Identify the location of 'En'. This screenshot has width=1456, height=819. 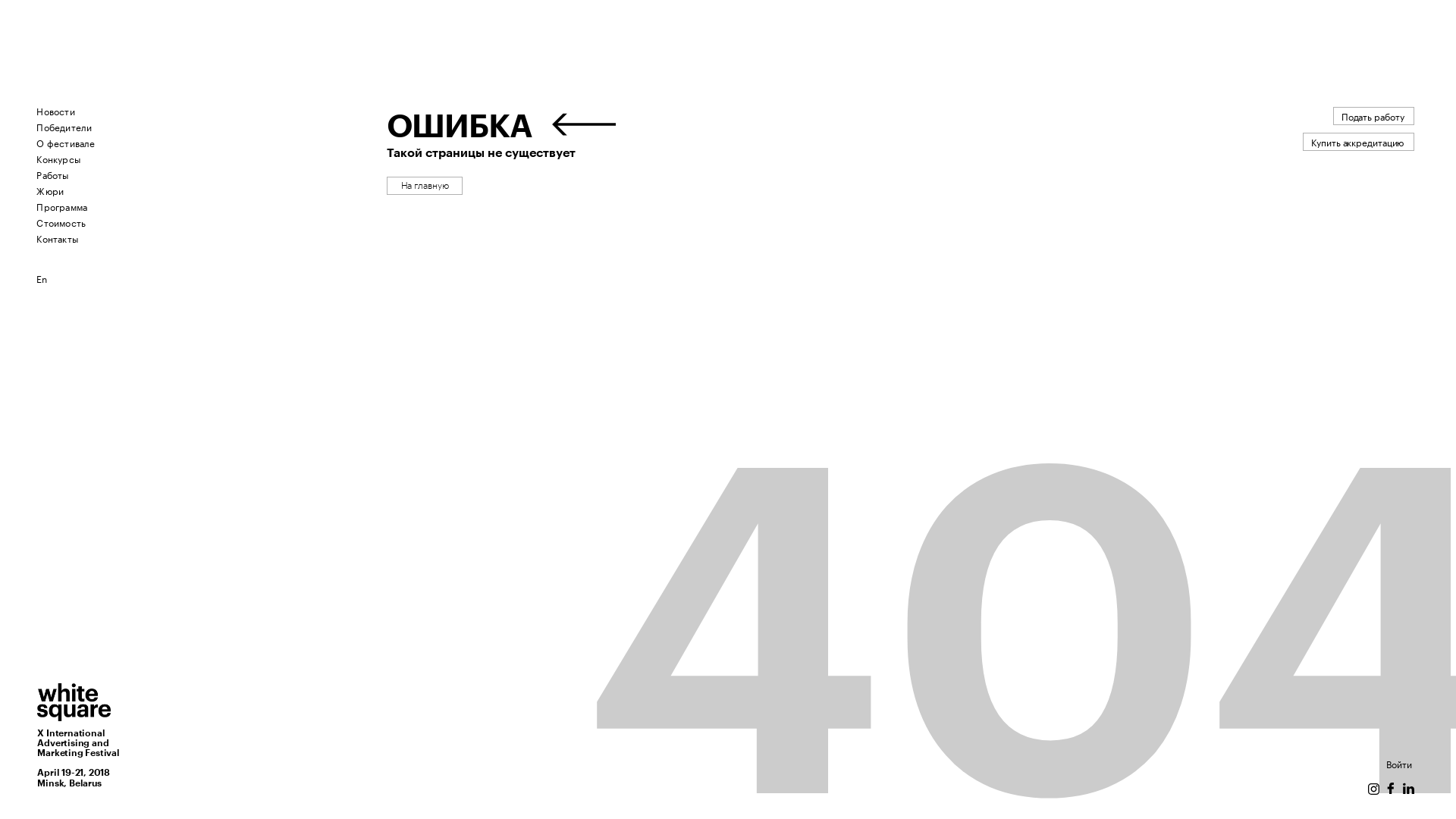
(41, 278).